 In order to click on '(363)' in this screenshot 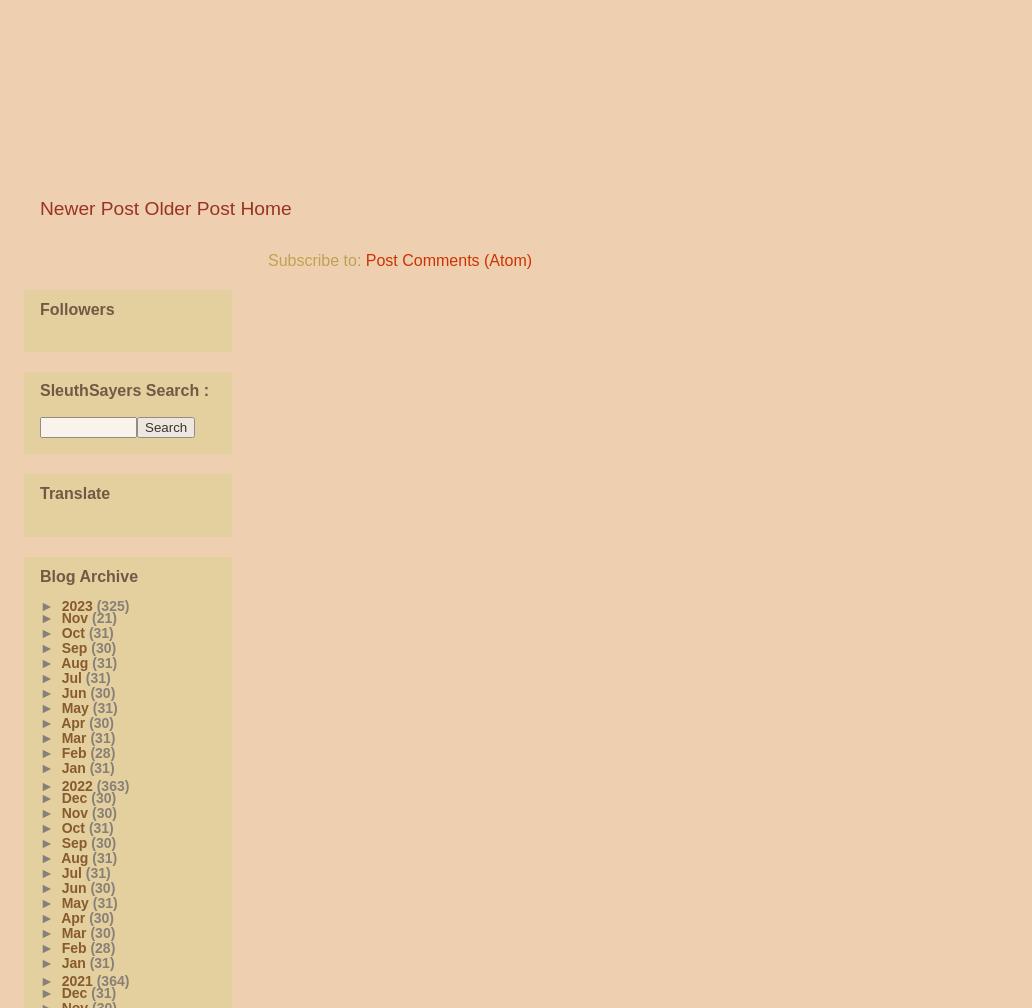, I will do `click(112, 786)`.